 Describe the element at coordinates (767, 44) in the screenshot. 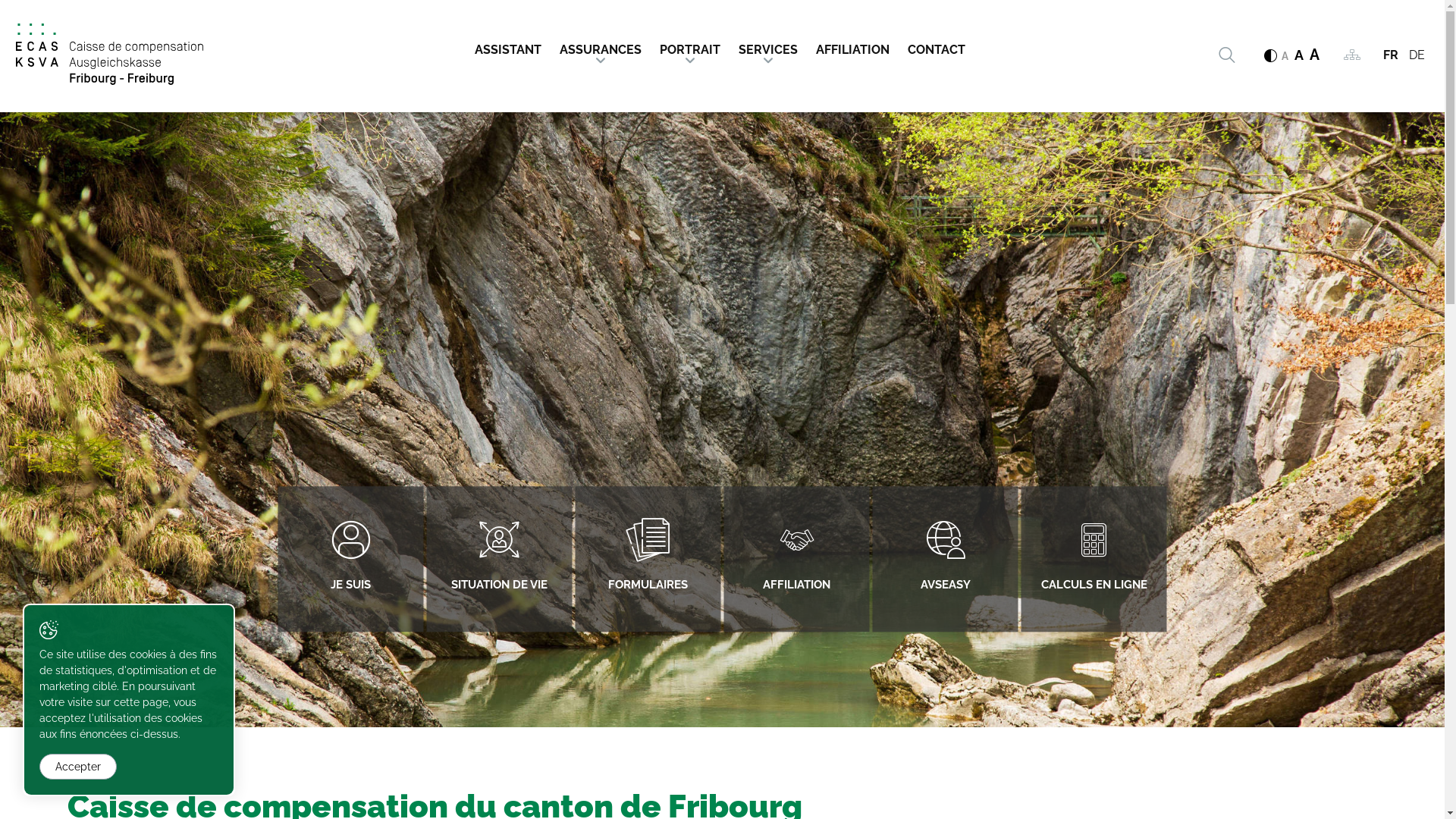

I see `'SERVICES'` at that location.